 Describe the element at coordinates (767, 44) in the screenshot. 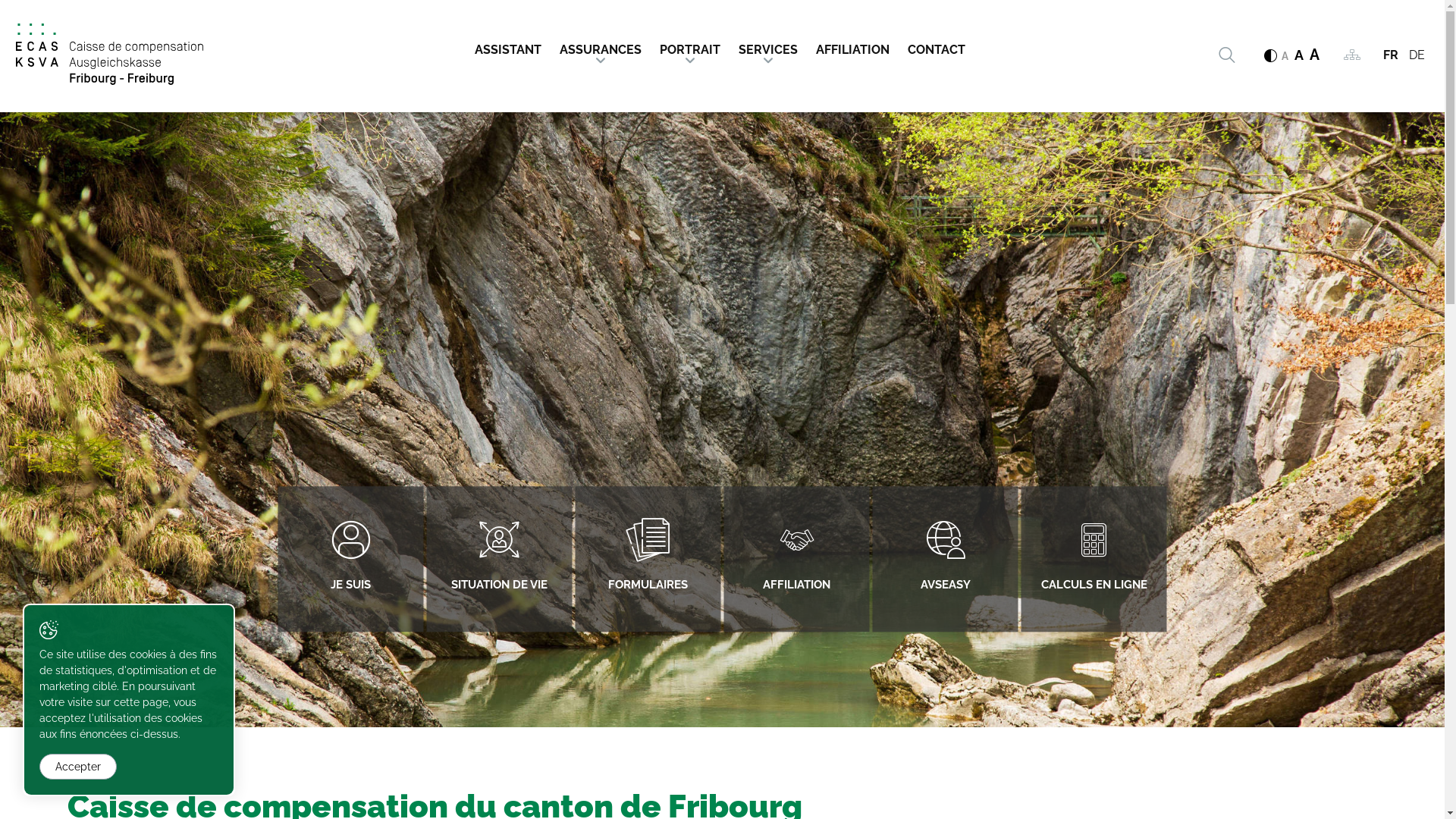

I see `'SERVICES'` at that location.